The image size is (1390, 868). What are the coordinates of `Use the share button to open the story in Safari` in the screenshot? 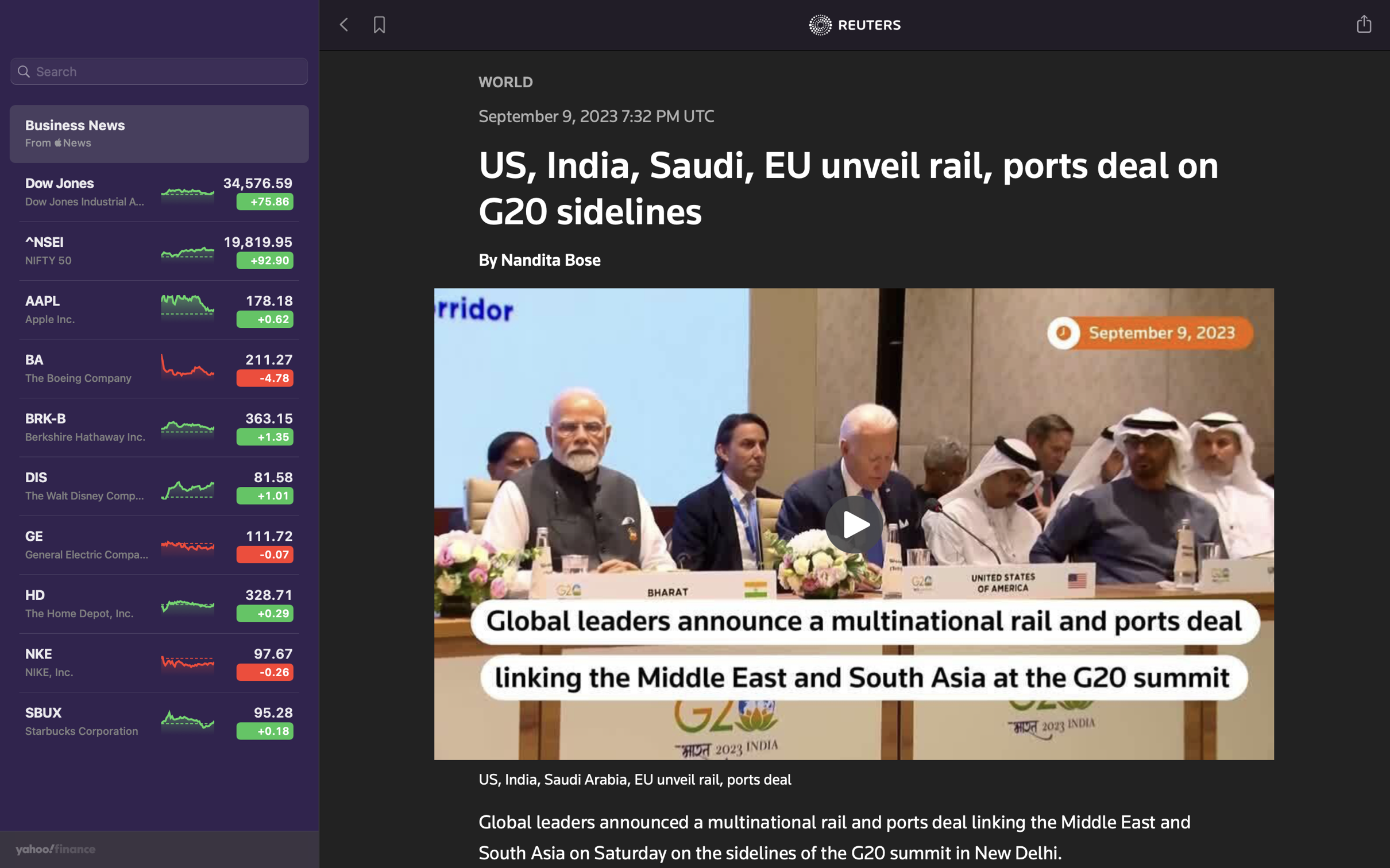 It's located at (1365, 22).